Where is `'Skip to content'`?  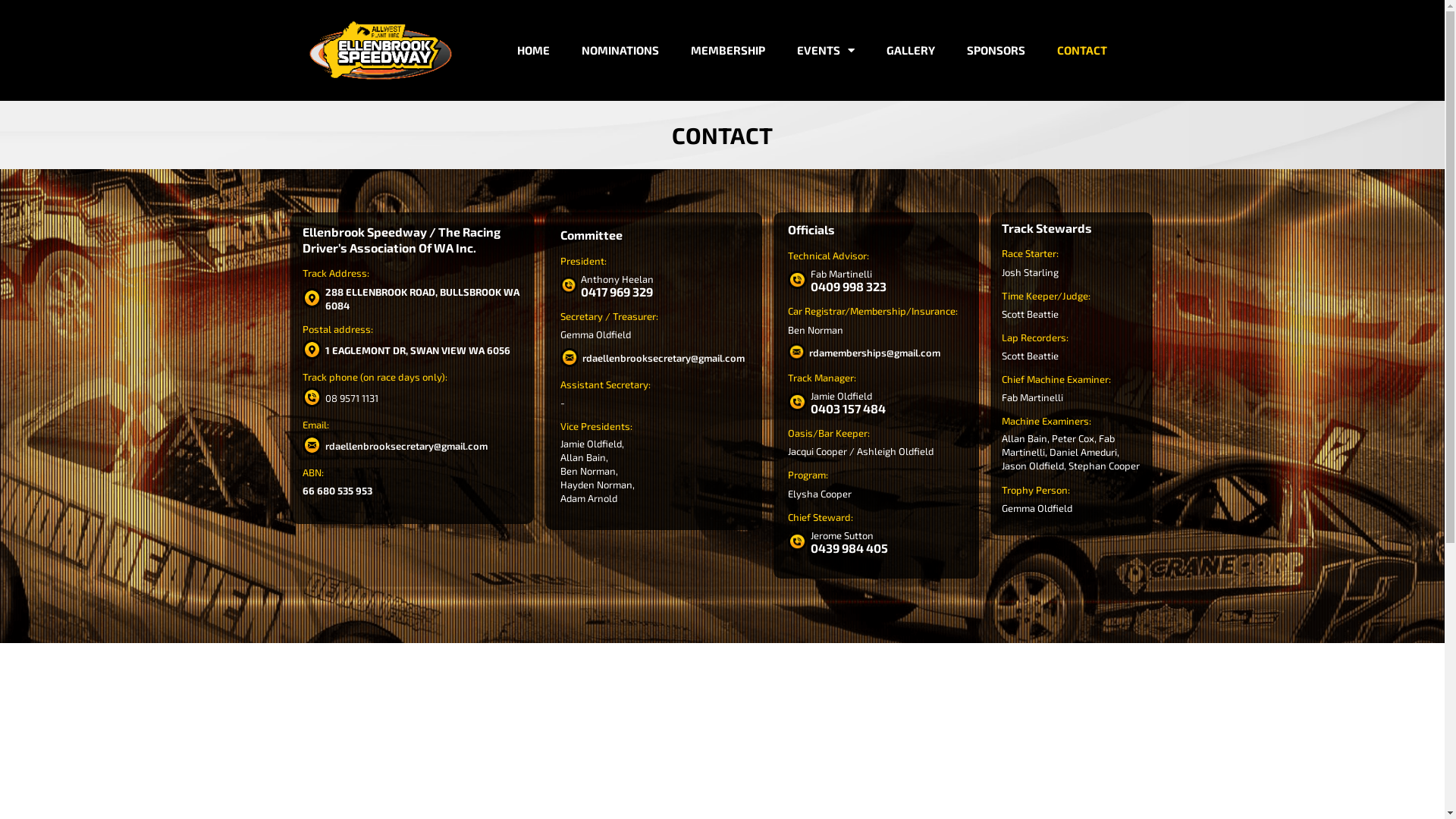
'Skip to content' is located at coordinates (11, 32).